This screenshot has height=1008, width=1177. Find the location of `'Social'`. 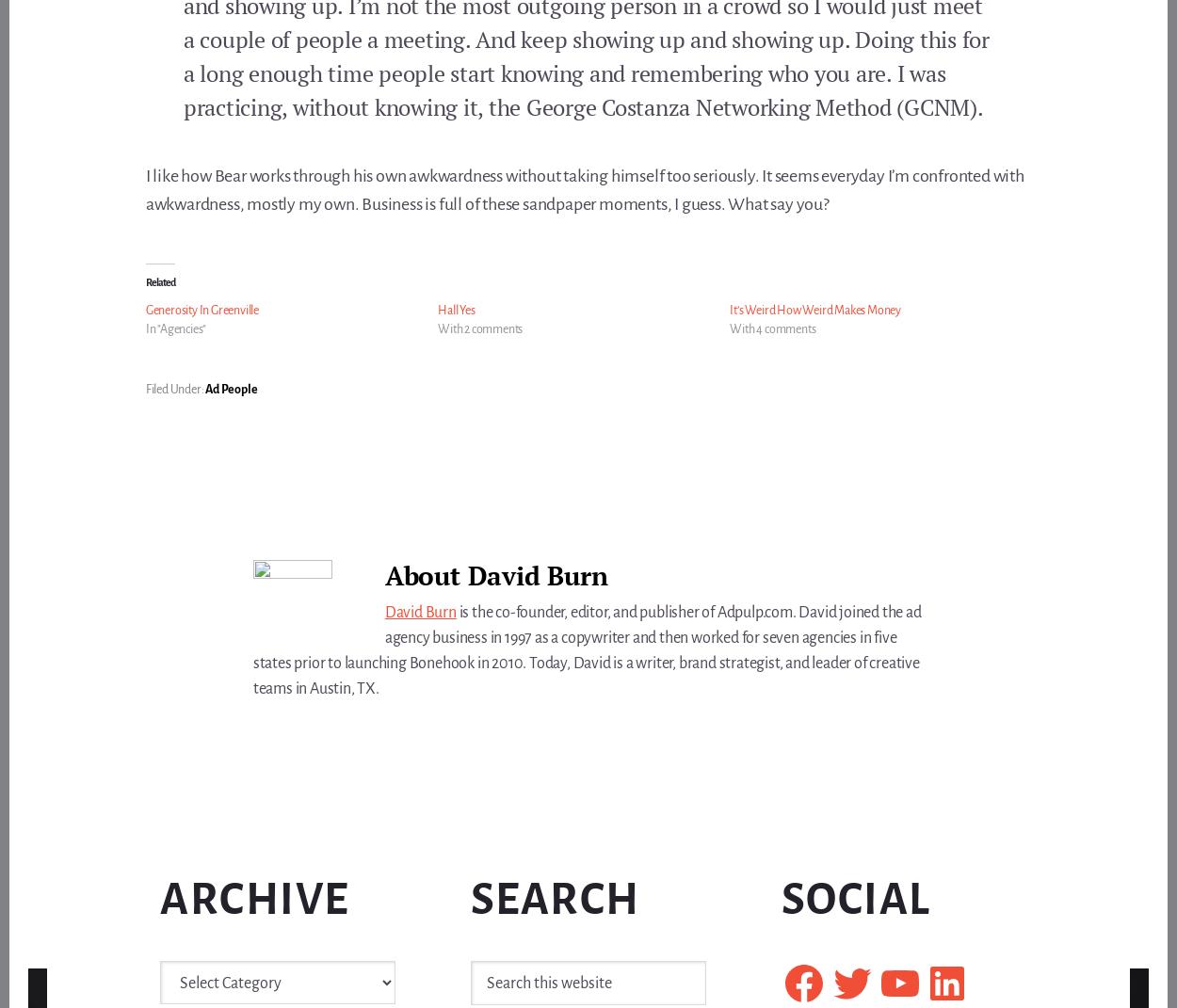

'Social' is located at coordinates (855, 898).